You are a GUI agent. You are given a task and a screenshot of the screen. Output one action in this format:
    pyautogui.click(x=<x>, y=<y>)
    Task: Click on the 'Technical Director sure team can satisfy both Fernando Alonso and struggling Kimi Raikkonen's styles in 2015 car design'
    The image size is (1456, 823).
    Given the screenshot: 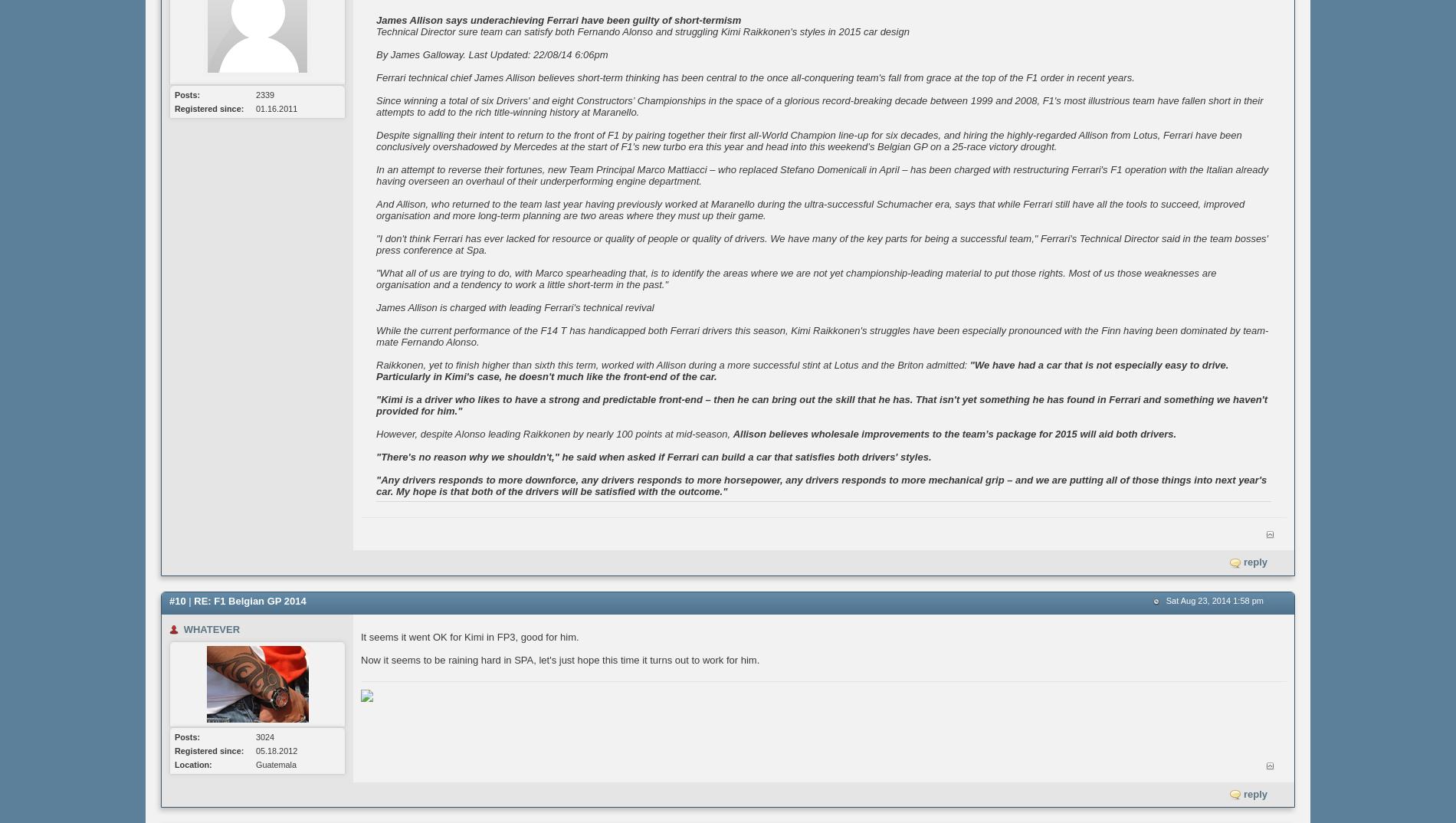 What is the action you would take?
    pyautogui.click(x=641, y=31)
    